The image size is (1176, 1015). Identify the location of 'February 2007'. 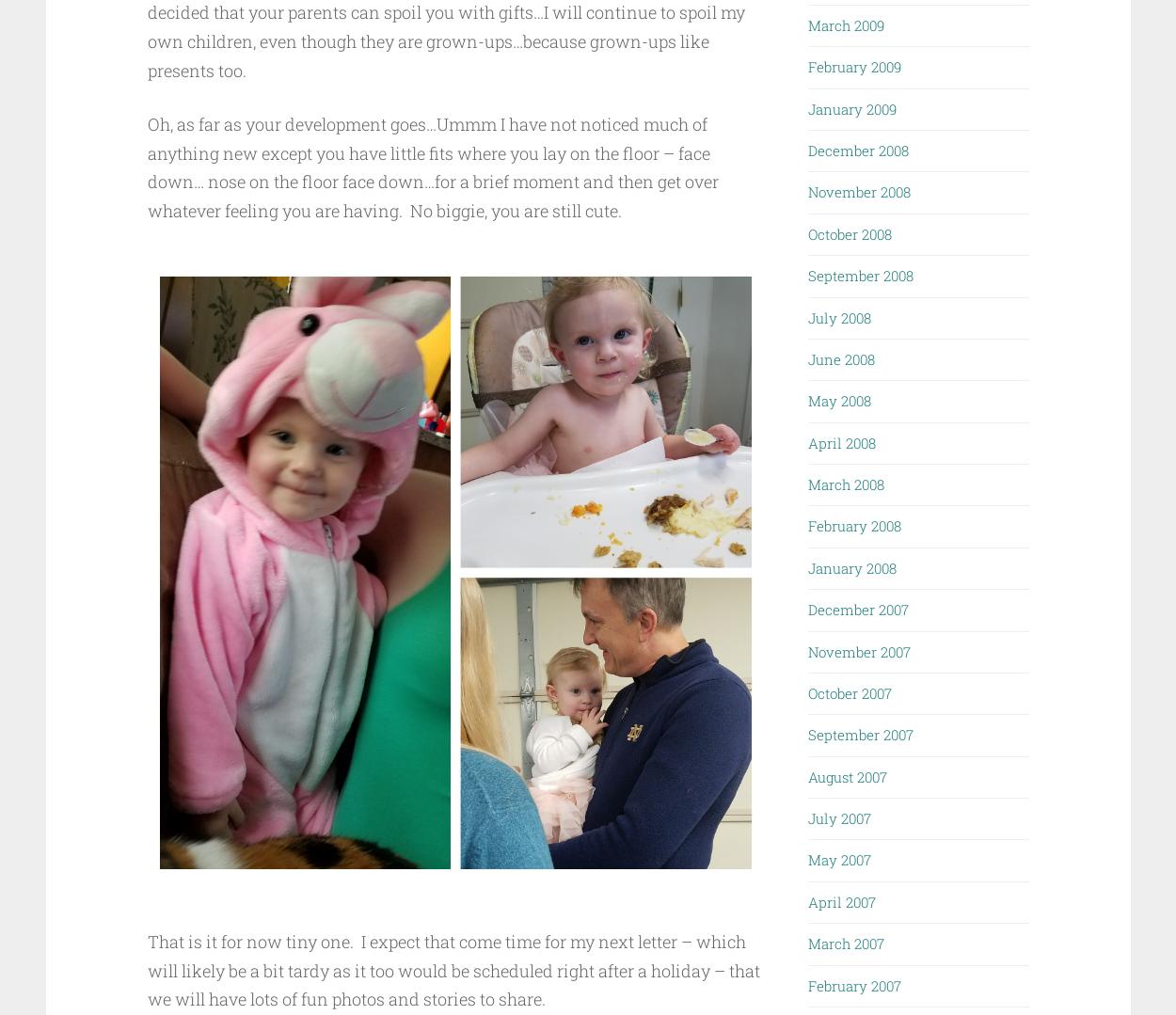
(854, 983).